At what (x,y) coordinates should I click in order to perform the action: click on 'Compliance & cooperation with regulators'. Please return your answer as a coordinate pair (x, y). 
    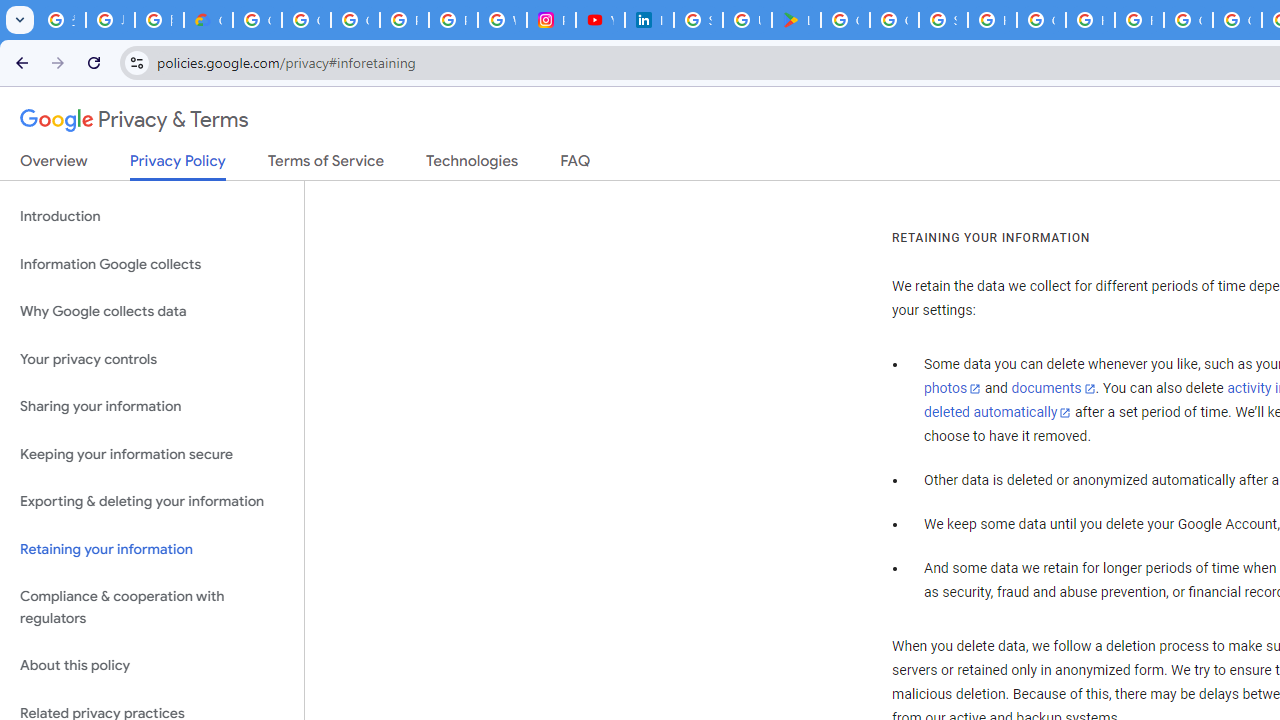
    Looking at the image, I should click on (151, 607).